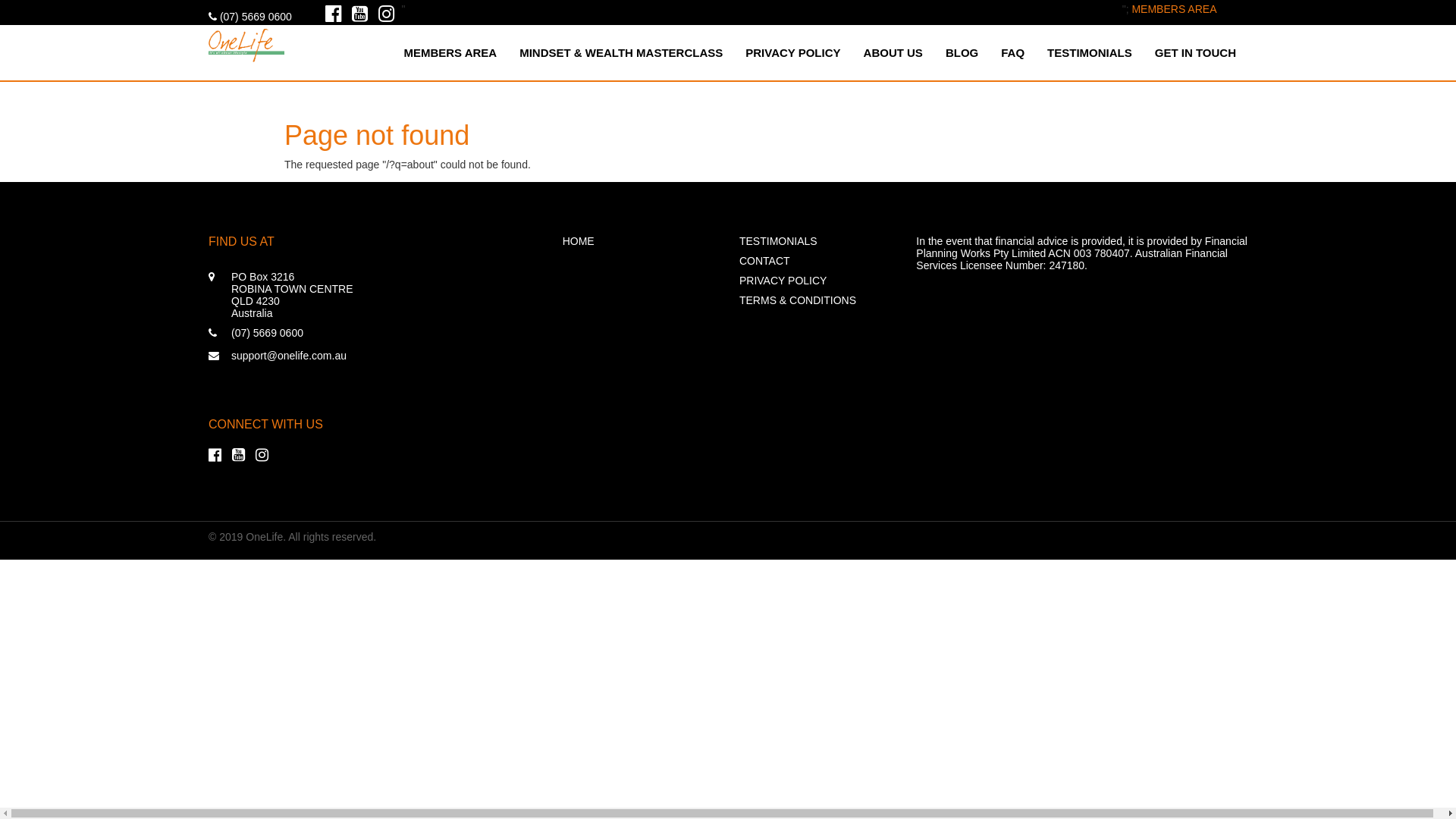 The height and width of the screenshot is (819, 1456). I want to click on 'MEMBERS AREA', so click(449, 52).